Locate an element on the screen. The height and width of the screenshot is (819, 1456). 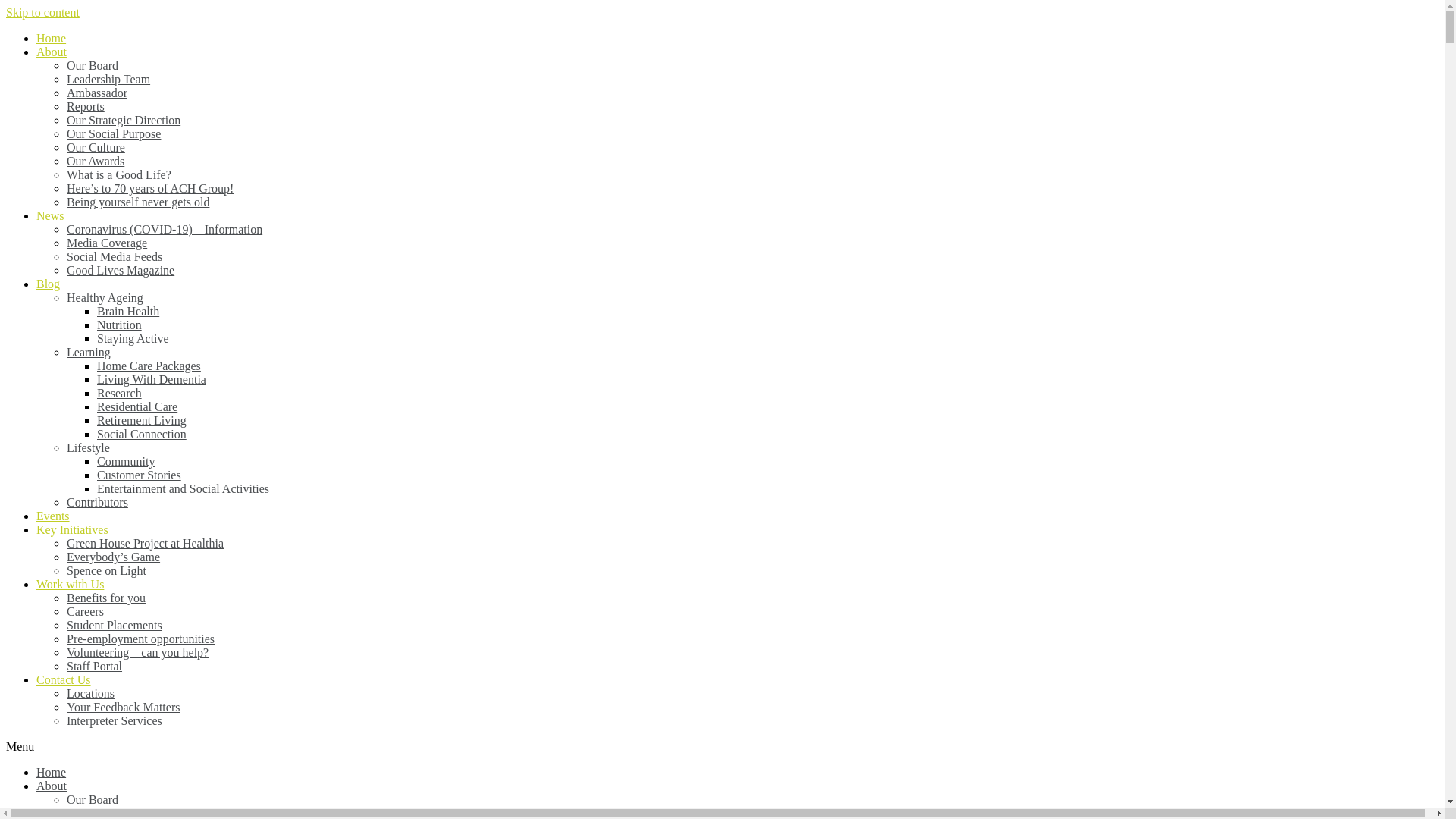
'Lifestyle' is located at coordinates (87, 447).